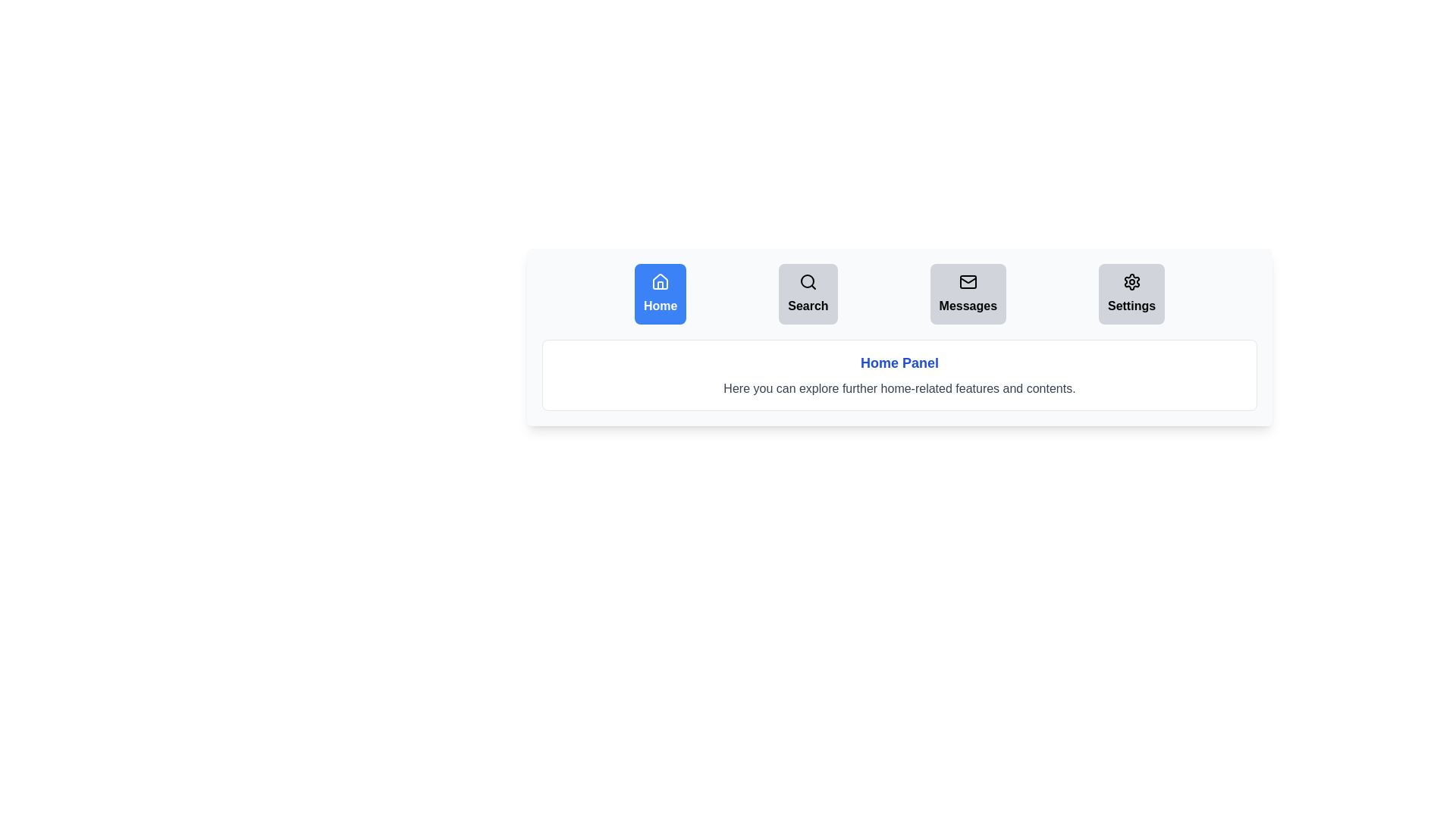 This screenshot has width=1456, height=819. Describe the element at coordinates (661, 294) in the screenshot. I see `the blue 'Home' button with rounded corners that has white text and a house icon` at that location.